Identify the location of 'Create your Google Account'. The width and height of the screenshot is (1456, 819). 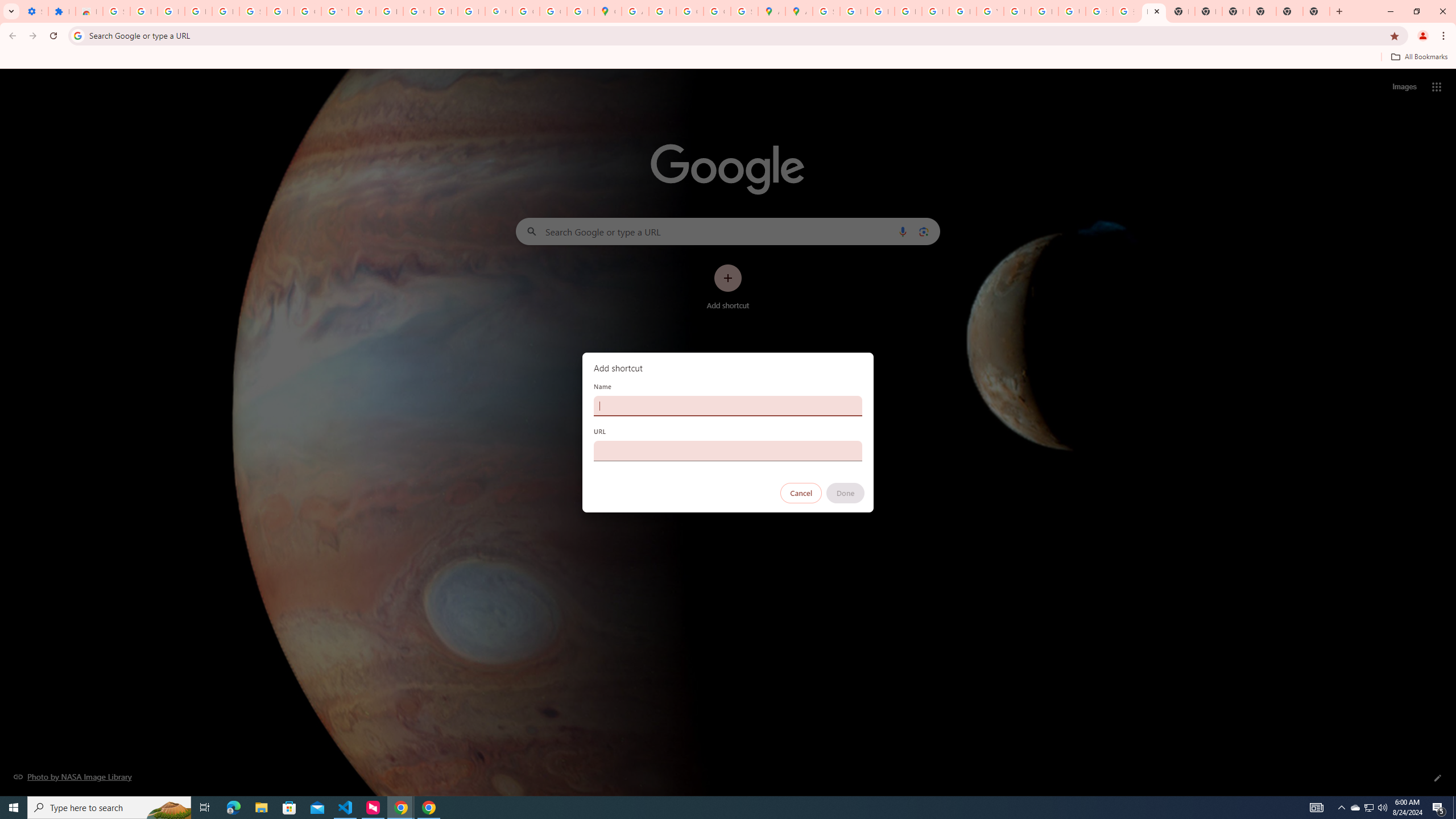
(689, 11).